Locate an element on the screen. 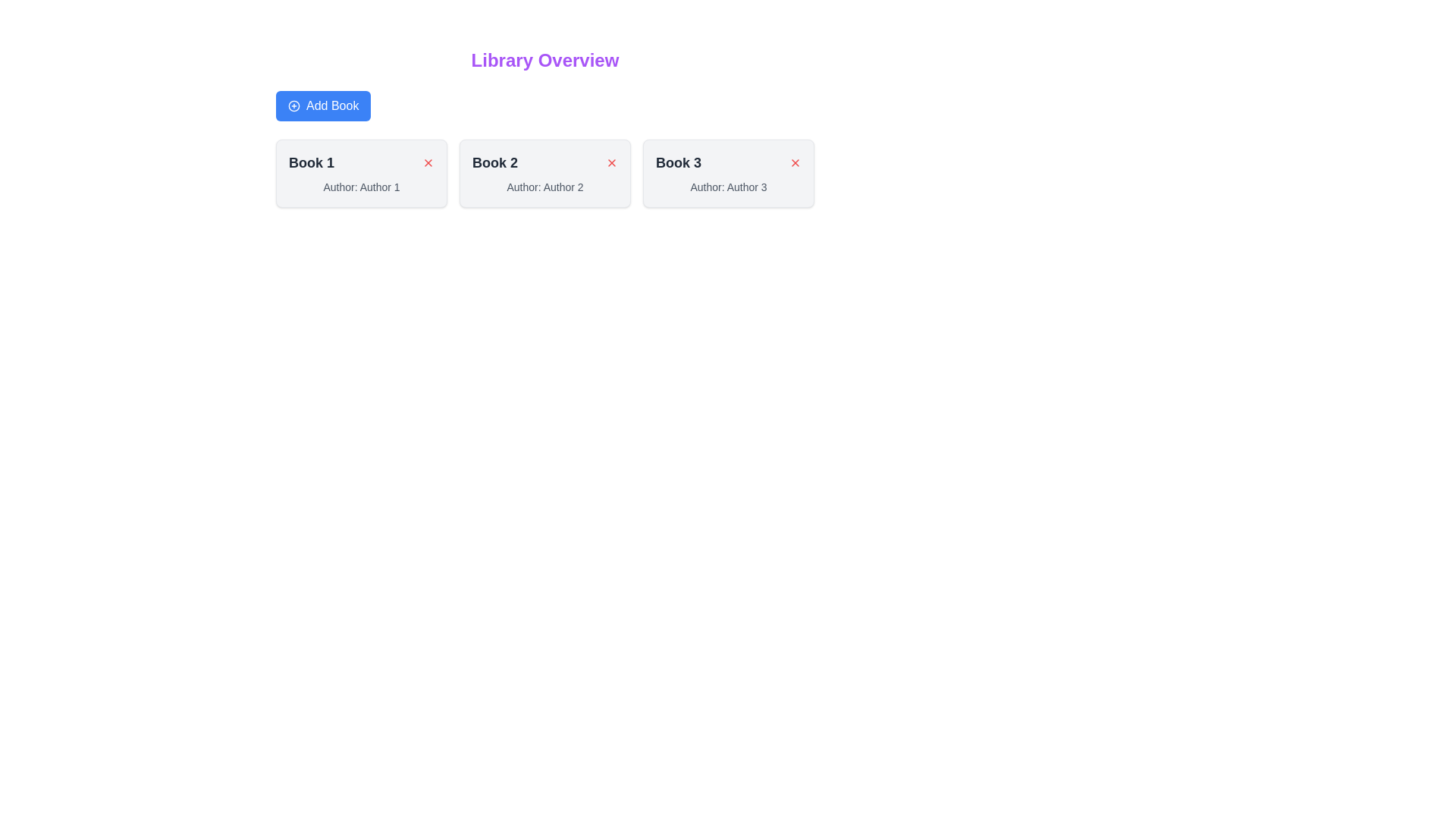 The height and width of the screenshot is (819, 1456). the close button located at the top-right corner of the 'Book 3' card is located at coordinates (795, 163).